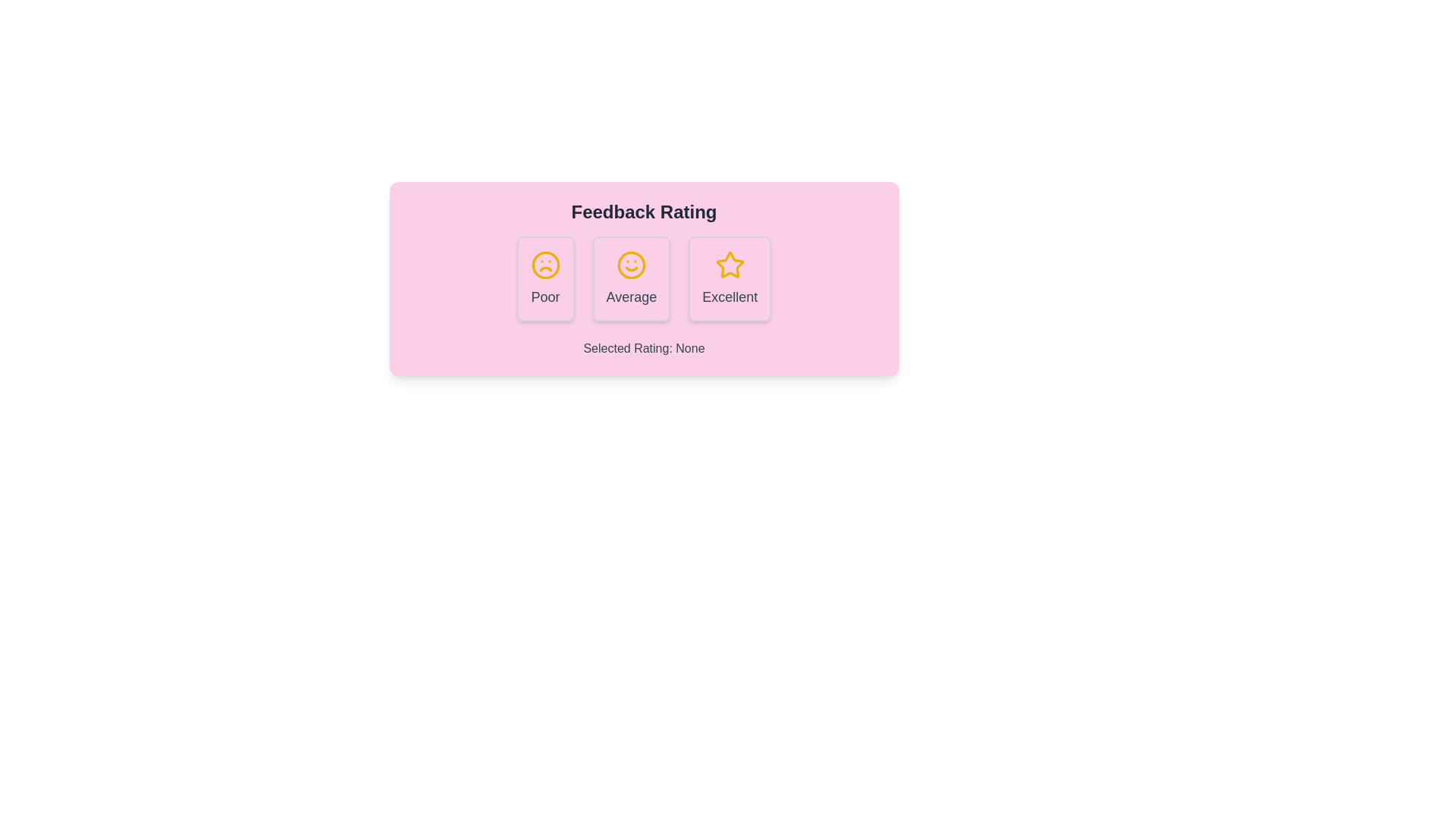  What do you see at coordinates (631, 265) in the screenshot?
I see `the yellow smiley face icon in the 'Average' rating selection` at bounding box center [631, 265].